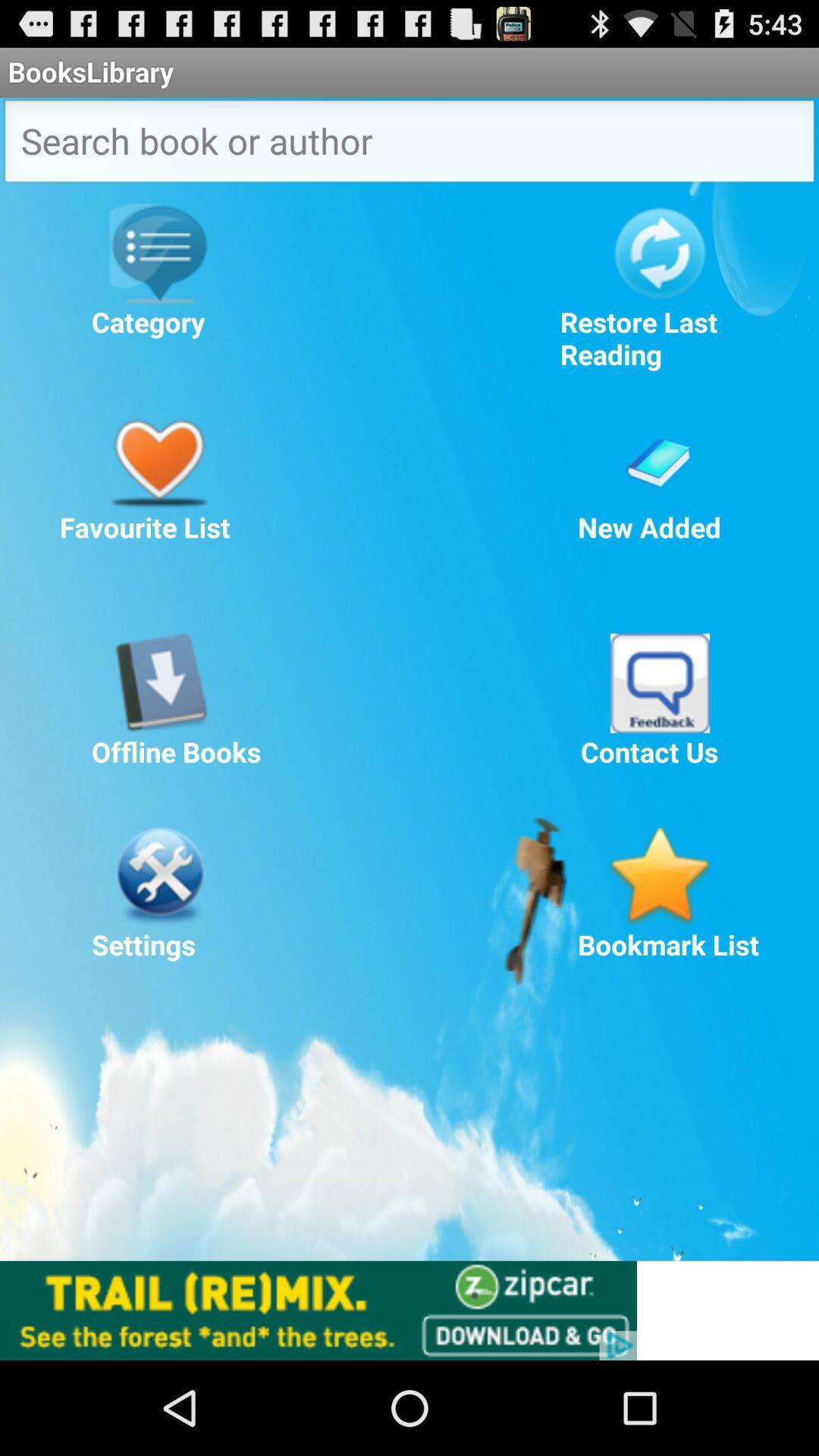 This screenshot has height=1456, width=819. I want to click on open app, so click(659, 682).